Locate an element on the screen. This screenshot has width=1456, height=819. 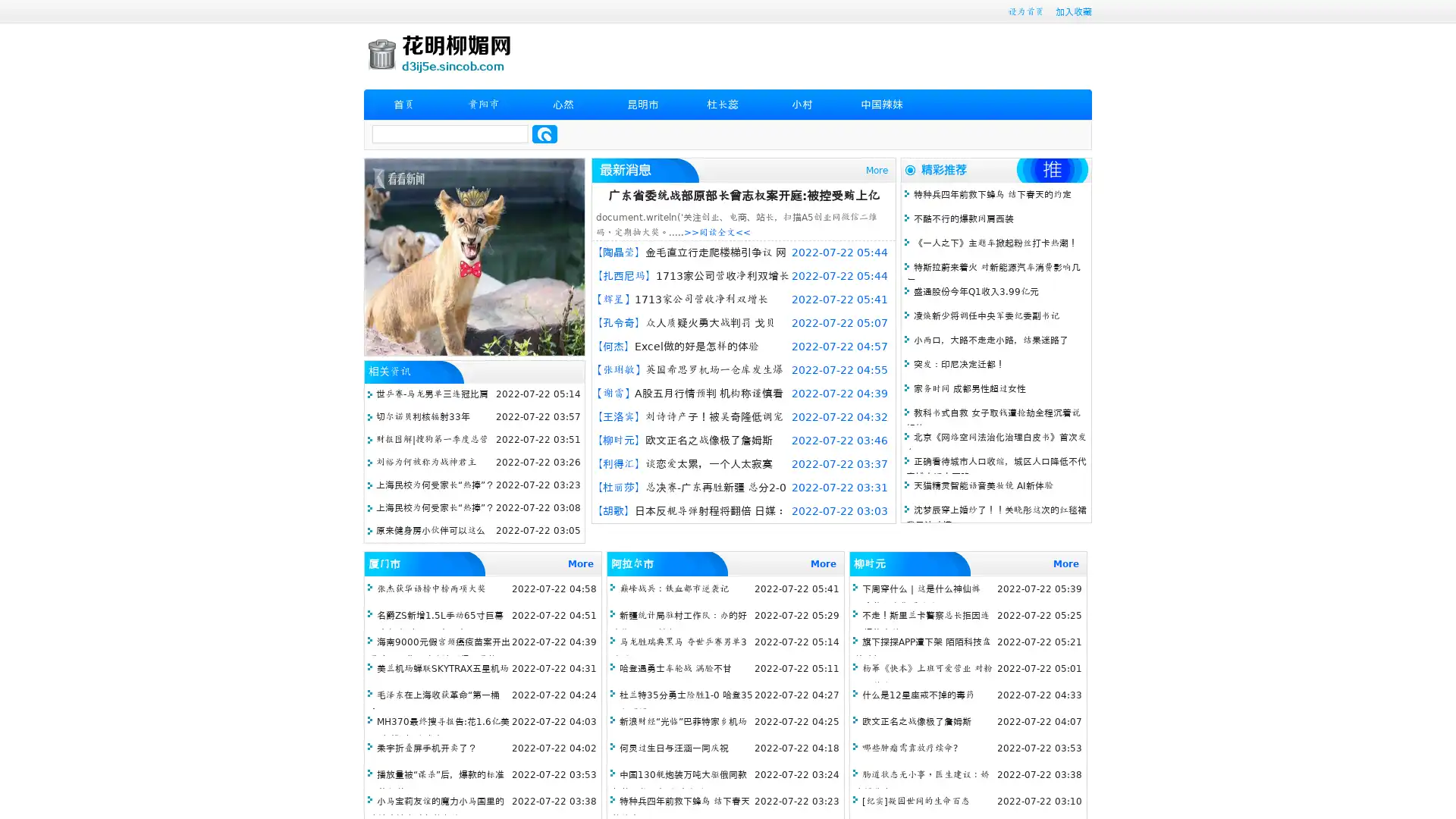
Search is located at coordinates (544, 133).